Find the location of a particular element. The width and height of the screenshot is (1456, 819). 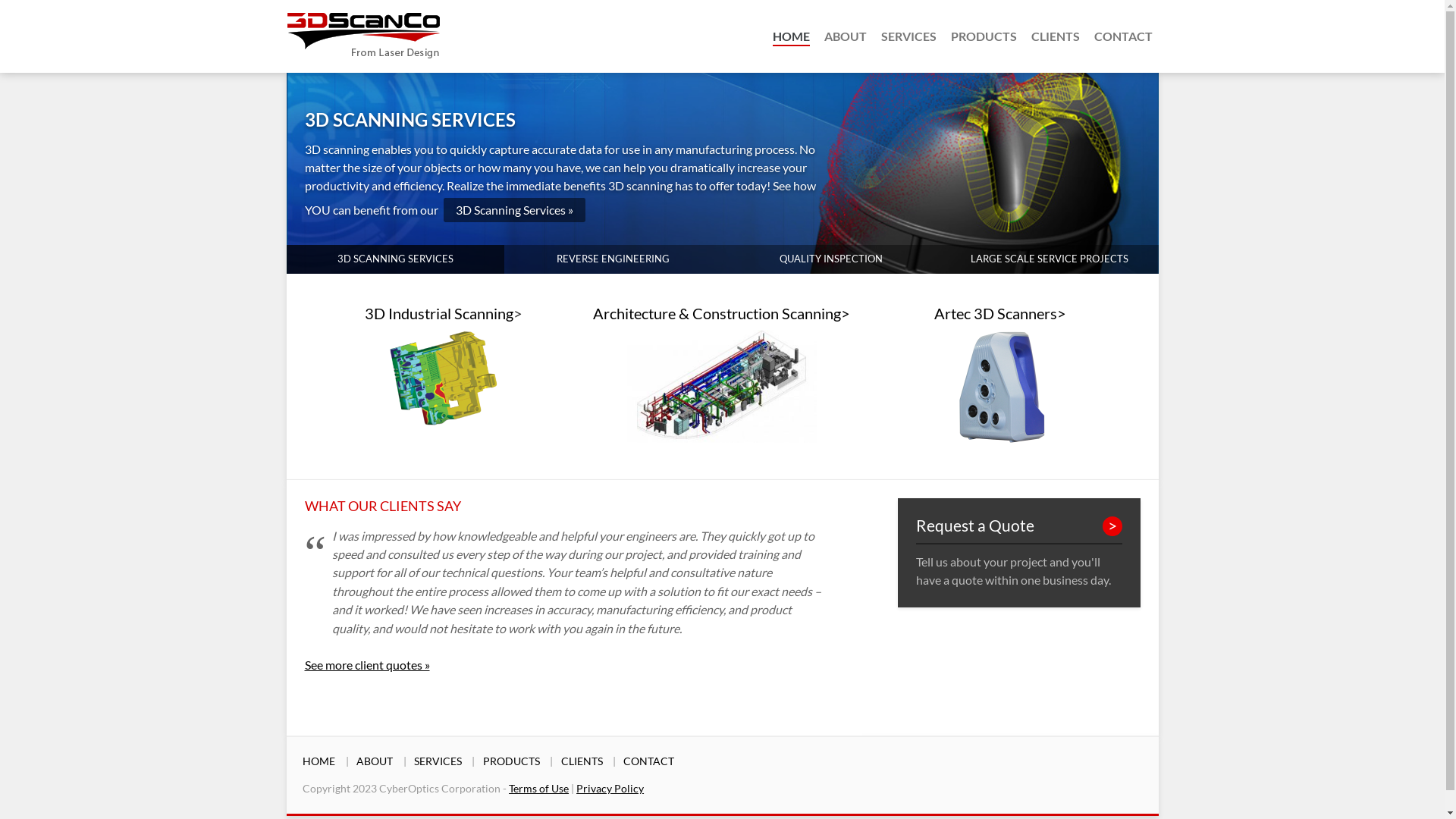

'ABOUT' is located at coordinates (375, 761).